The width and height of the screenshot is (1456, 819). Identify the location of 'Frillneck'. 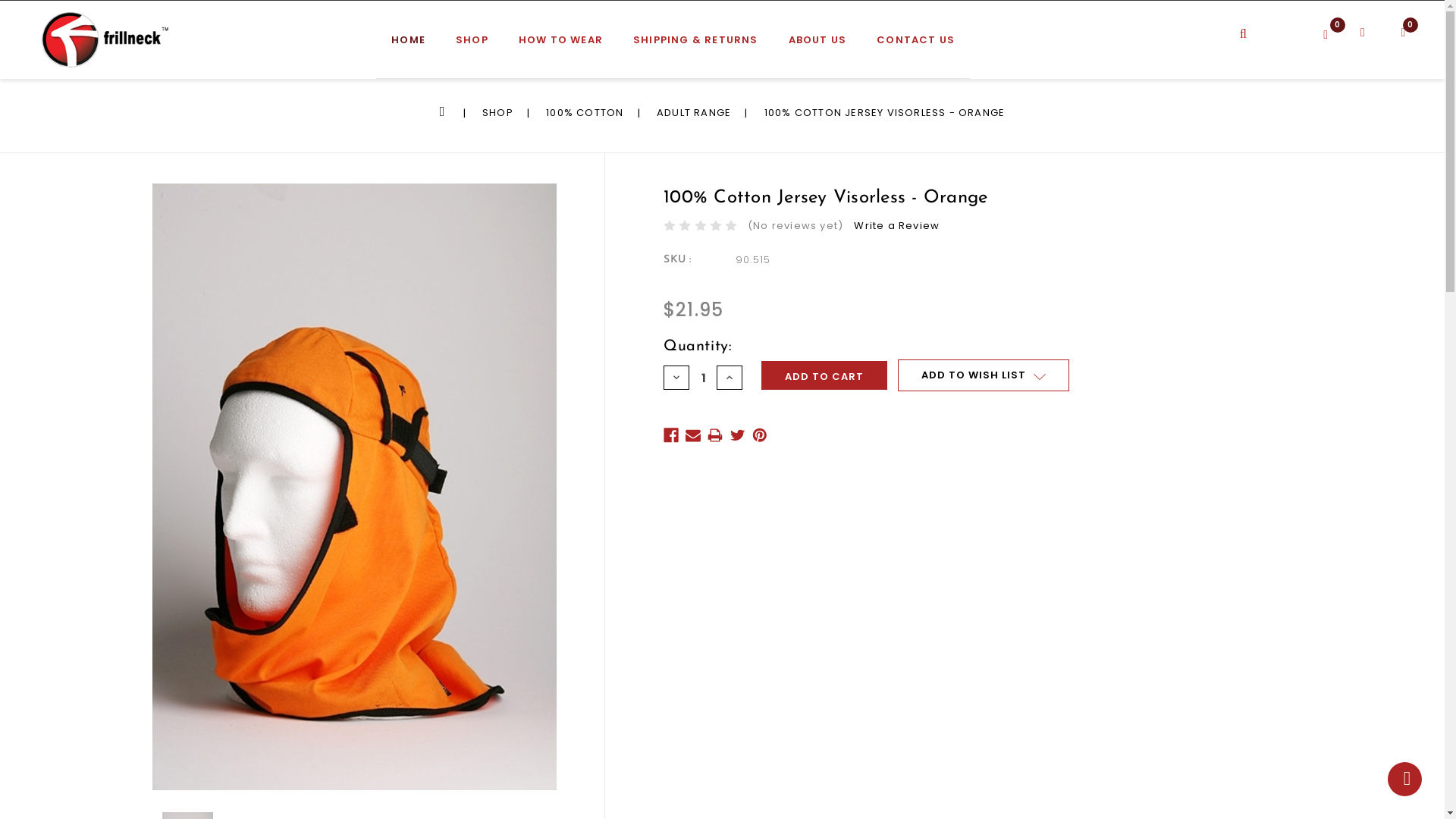
(41, 39).